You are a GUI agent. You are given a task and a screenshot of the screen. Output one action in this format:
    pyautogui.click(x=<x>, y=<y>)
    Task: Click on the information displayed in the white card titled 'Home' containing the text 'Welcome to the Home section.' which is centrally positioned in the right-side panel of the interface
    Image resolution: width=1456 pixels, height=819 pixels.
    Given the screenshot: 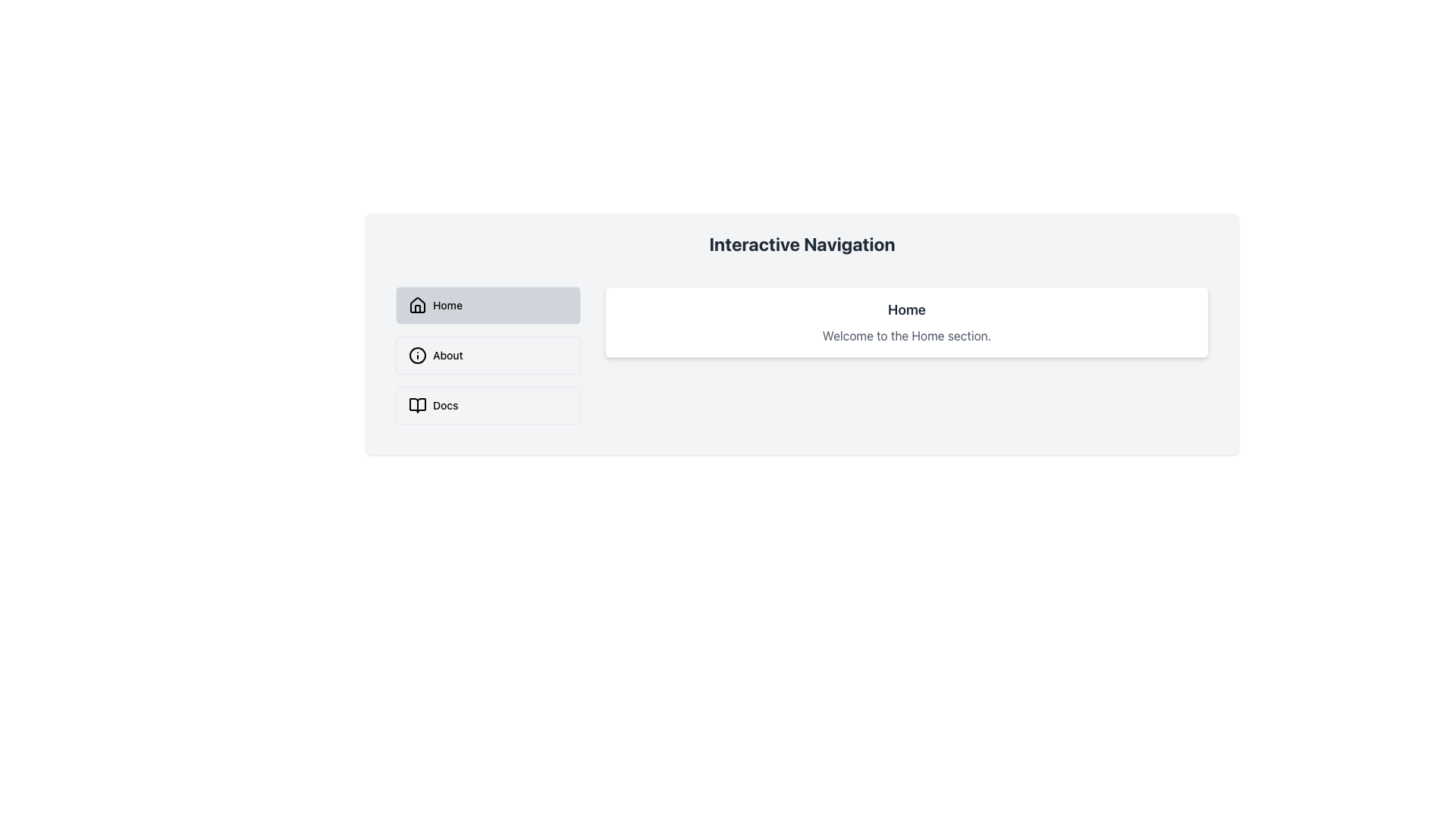 What is the action you would take?
    pyautogui.click(x=906, y=356)
    